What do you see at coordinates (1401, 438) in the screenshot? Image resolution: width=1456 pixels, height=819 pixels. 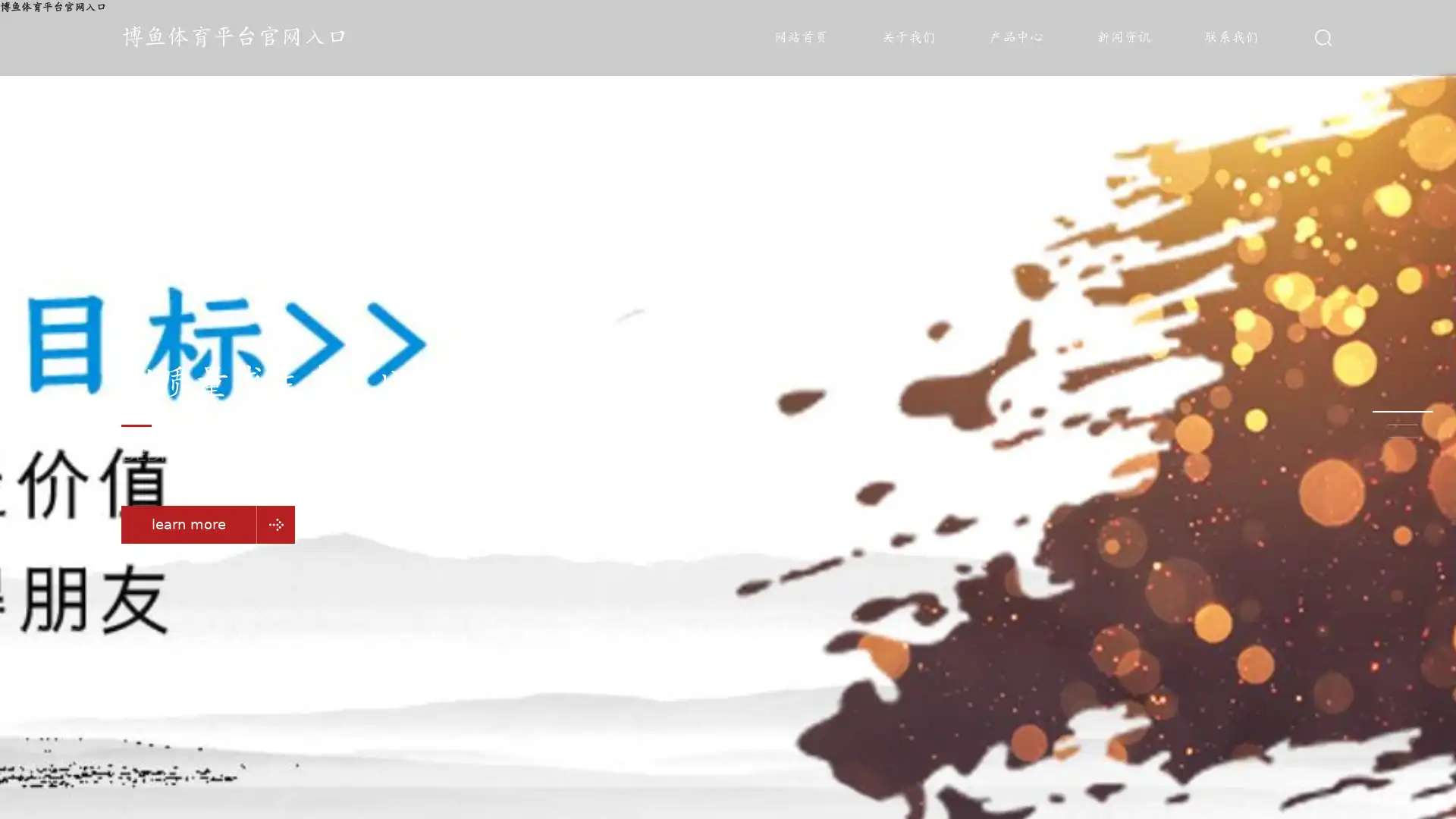 I see `Go to slide 3` at bounding box center [1401, 438].